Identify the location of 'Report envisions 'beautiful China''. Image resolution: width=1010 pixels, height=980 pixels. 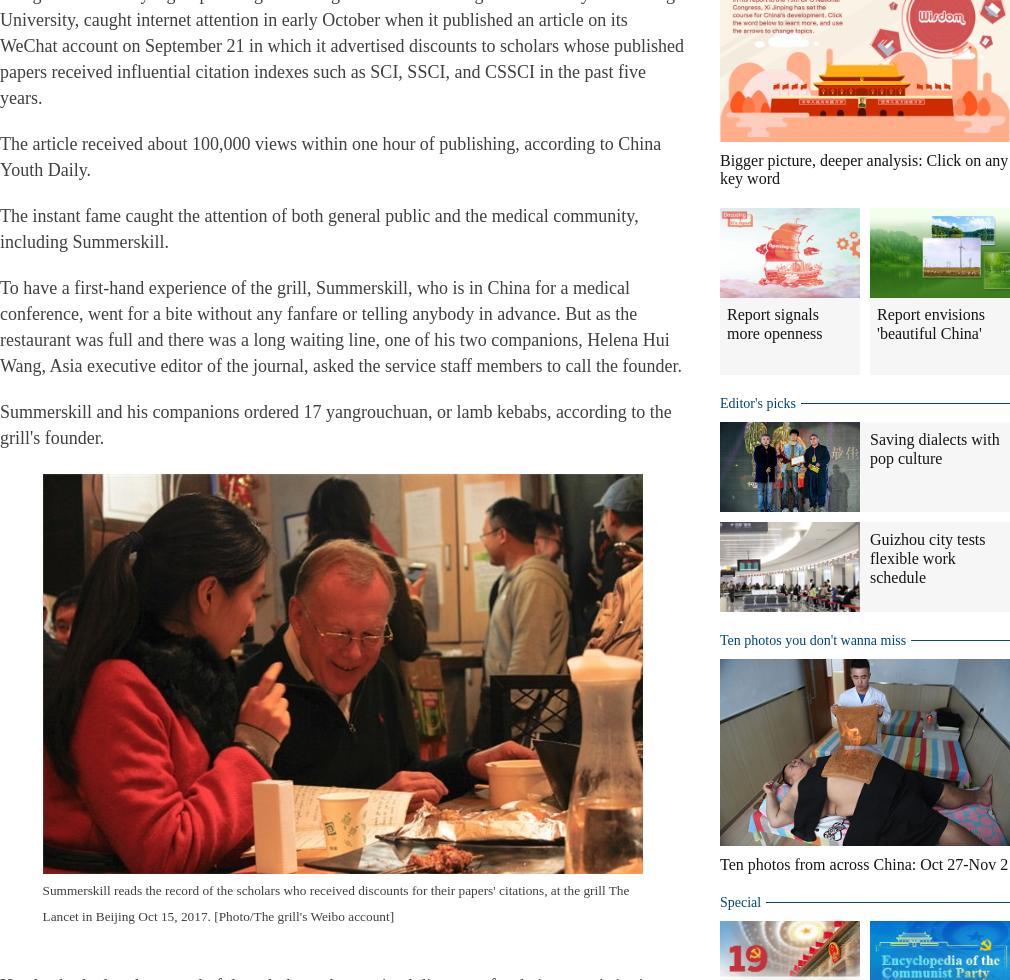
(931, 323).